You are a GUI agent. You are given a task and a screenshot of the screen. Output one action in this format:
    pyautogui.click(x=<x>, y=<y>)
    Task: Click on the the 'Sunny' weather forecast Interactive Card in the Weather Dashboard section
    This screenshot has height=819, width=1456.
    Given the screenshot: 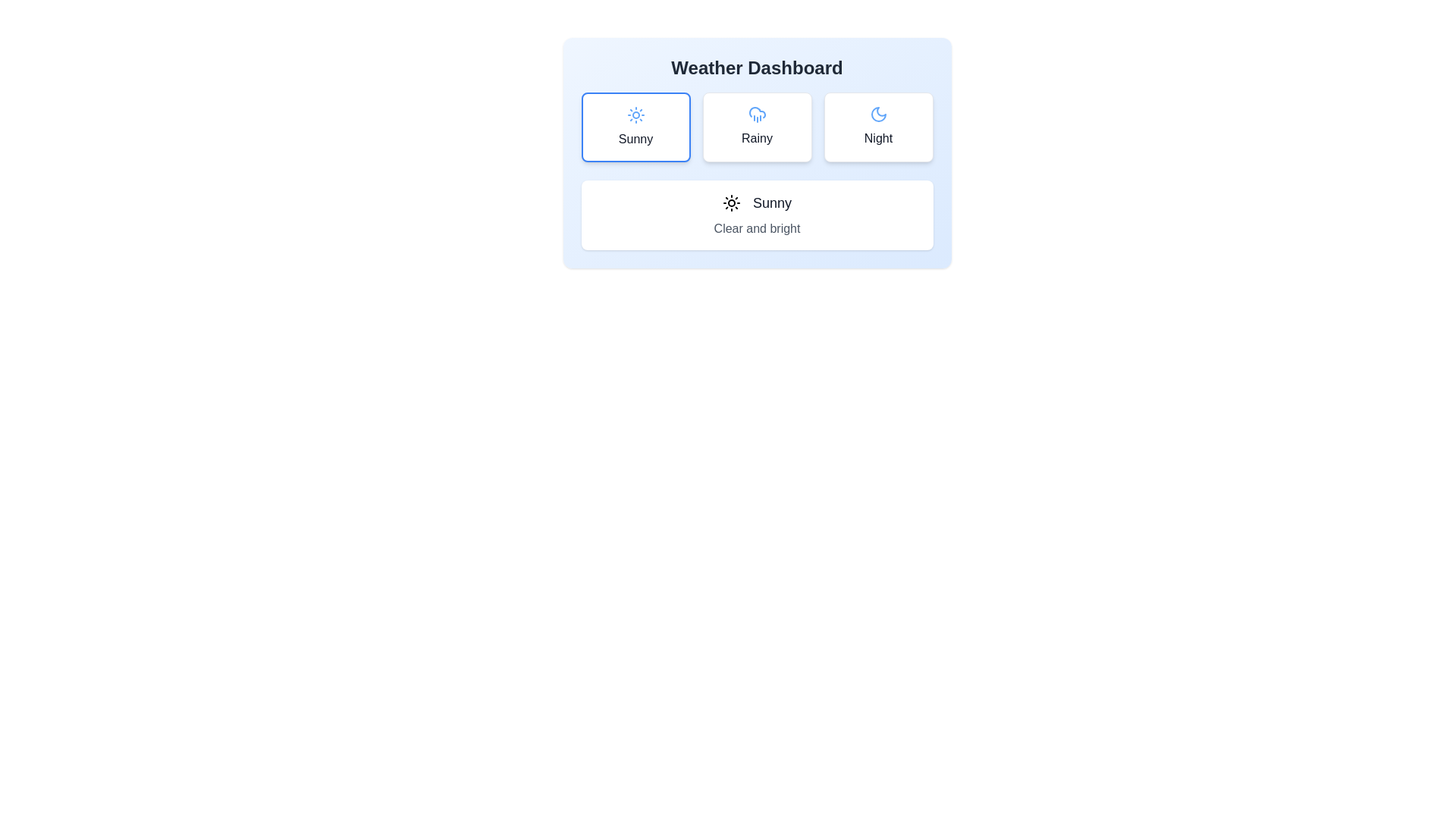 What is the action you would take?
    pyautogui.click(x=635, y=127)
    